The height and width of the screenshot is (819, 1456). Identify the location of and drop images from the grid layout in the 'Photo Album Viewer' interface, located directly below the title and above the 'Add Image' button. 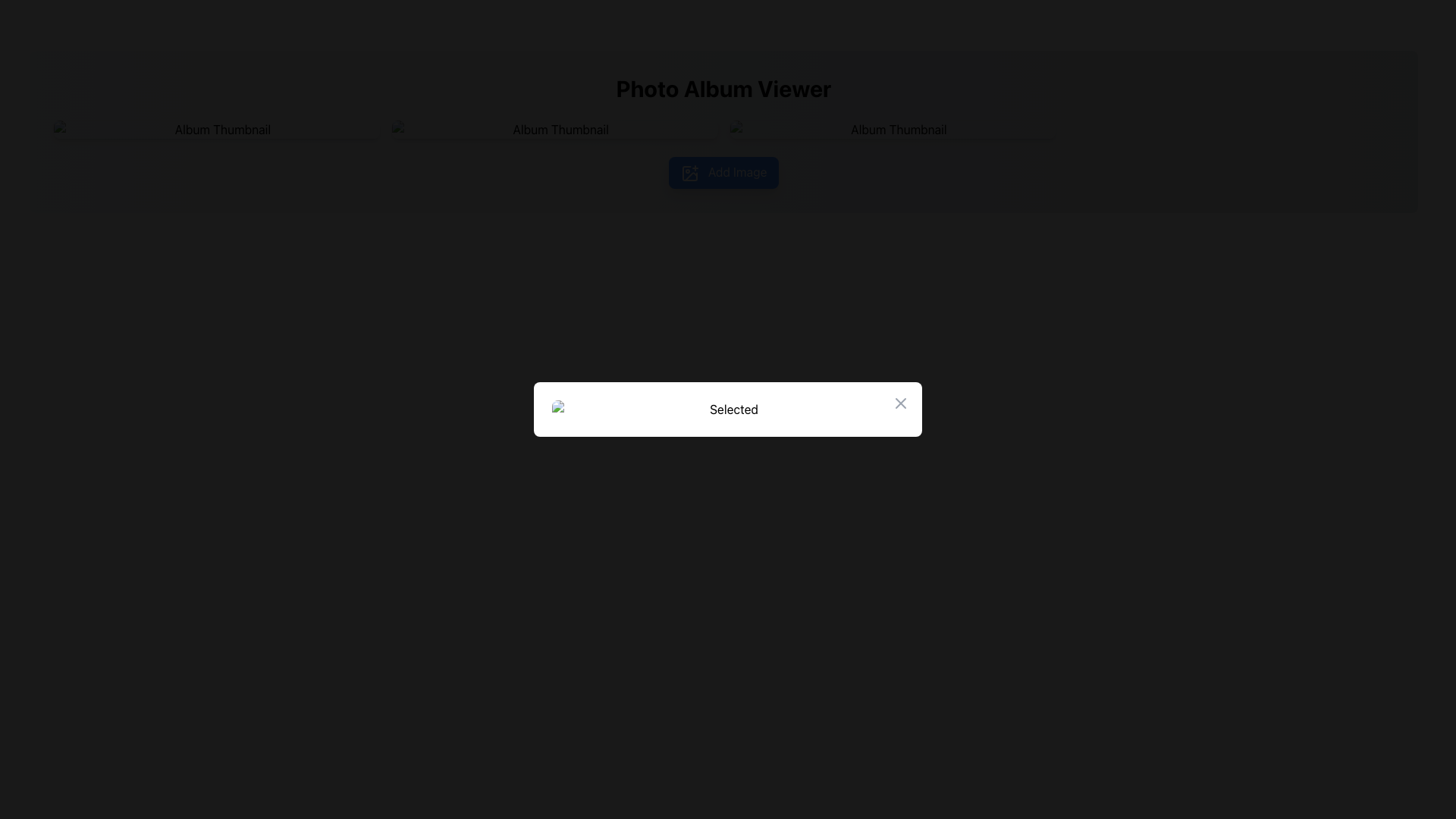
(723, 128).